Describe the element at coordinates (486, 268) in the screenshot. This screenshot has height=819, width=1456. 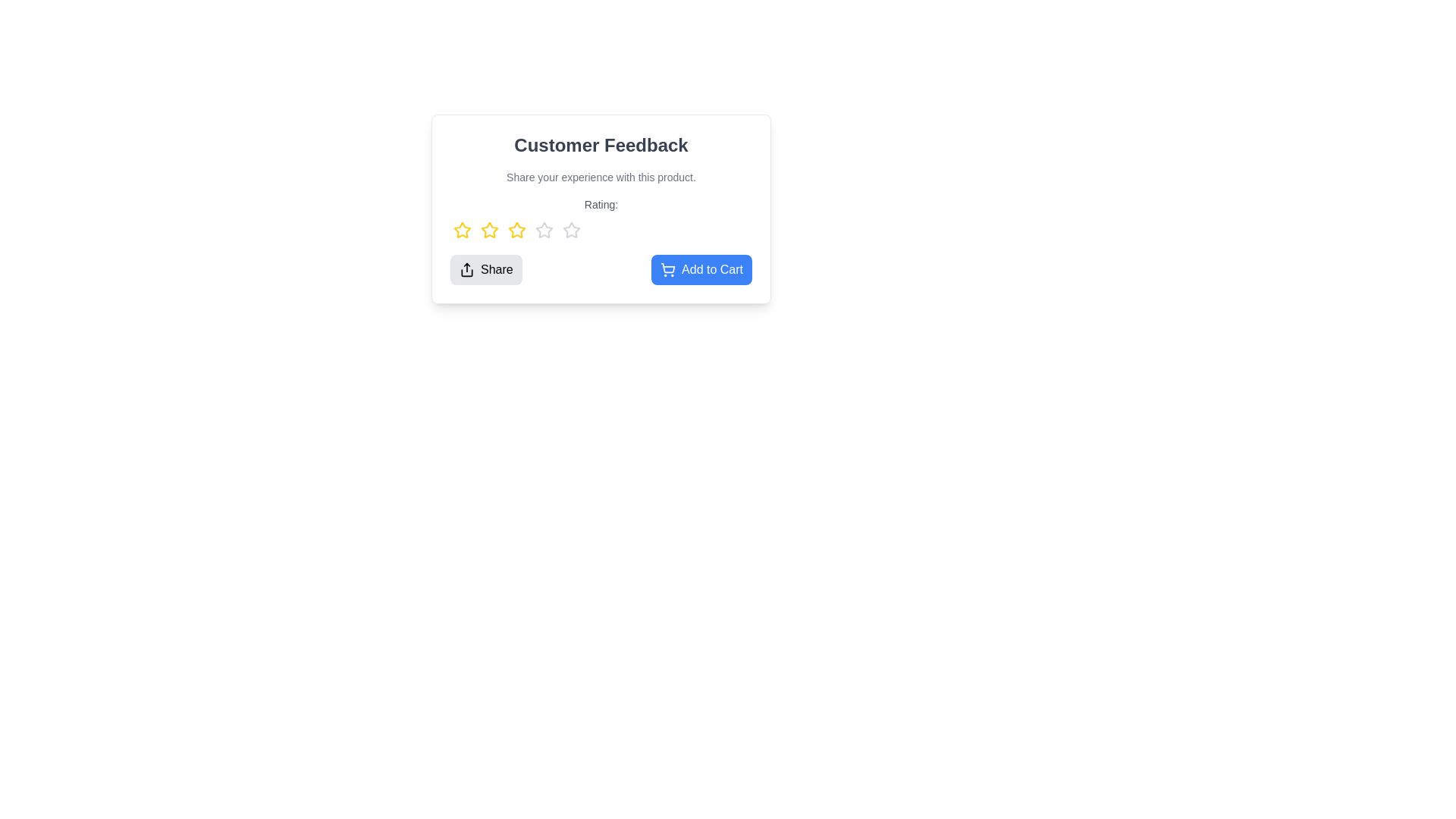
I see `the 'Share' button to initiate sharing` at that location.